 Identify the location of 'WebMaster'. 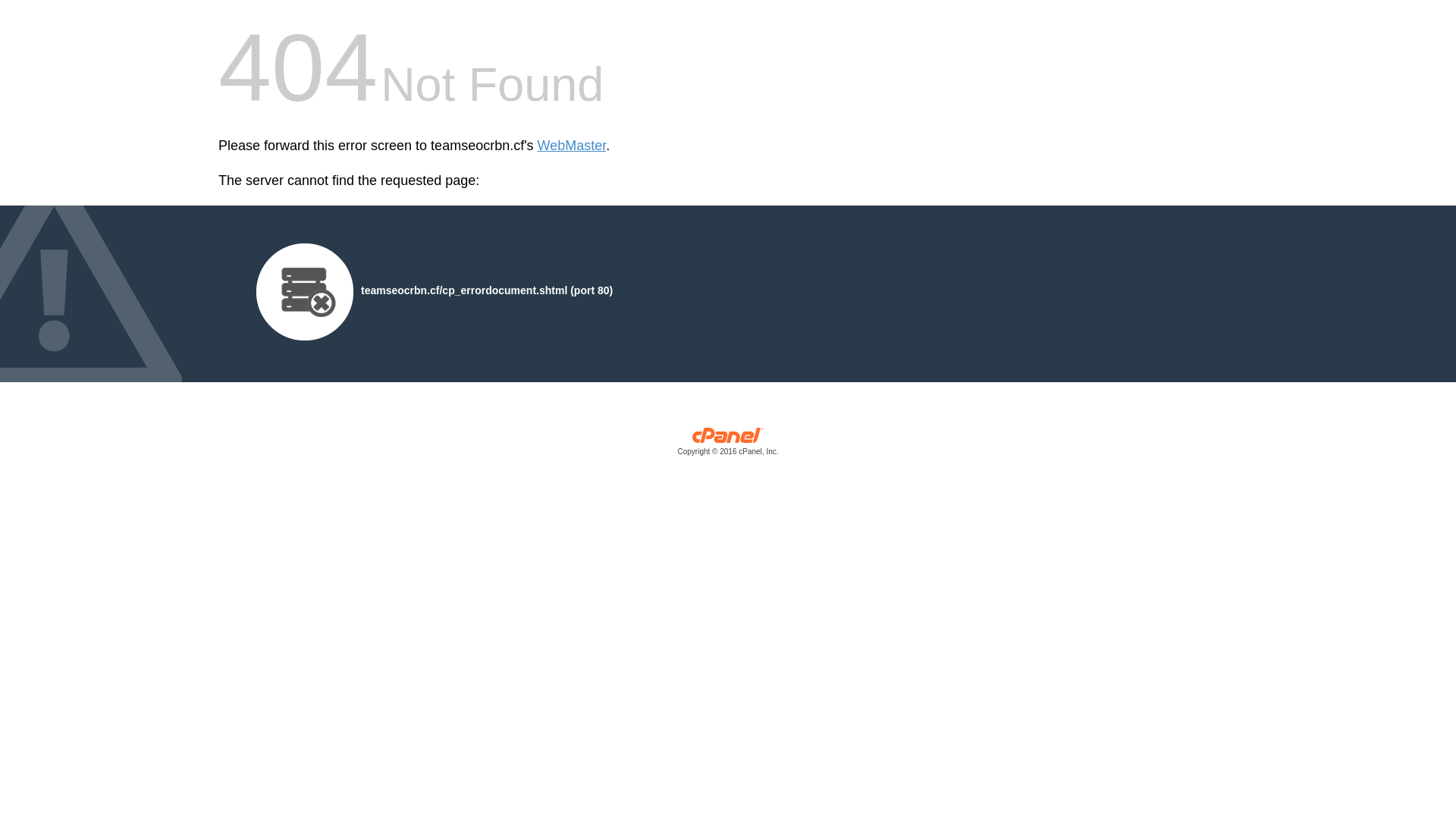
(538, 146).